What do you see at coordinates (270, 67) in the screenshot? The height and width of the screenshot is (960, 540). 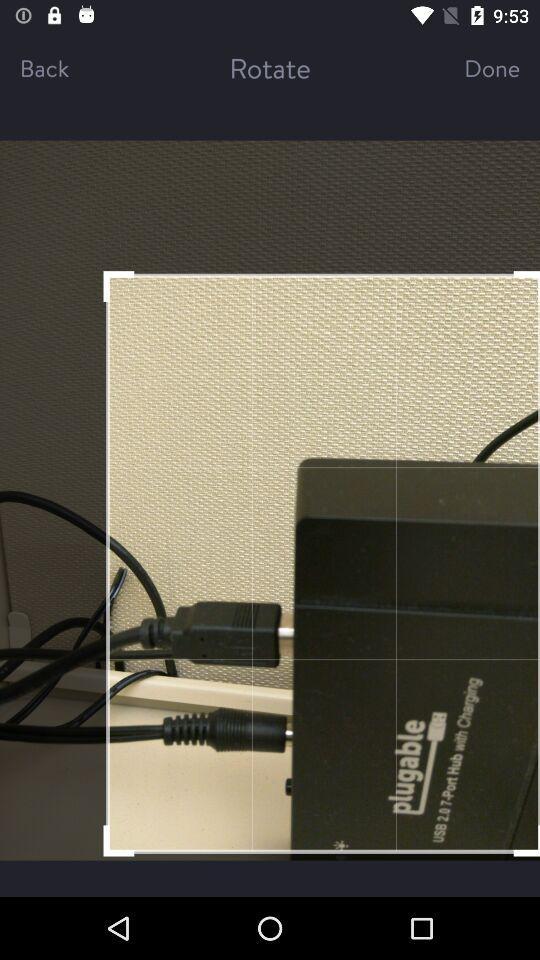 I see `the item next to done` at bounding box center [270, 67].